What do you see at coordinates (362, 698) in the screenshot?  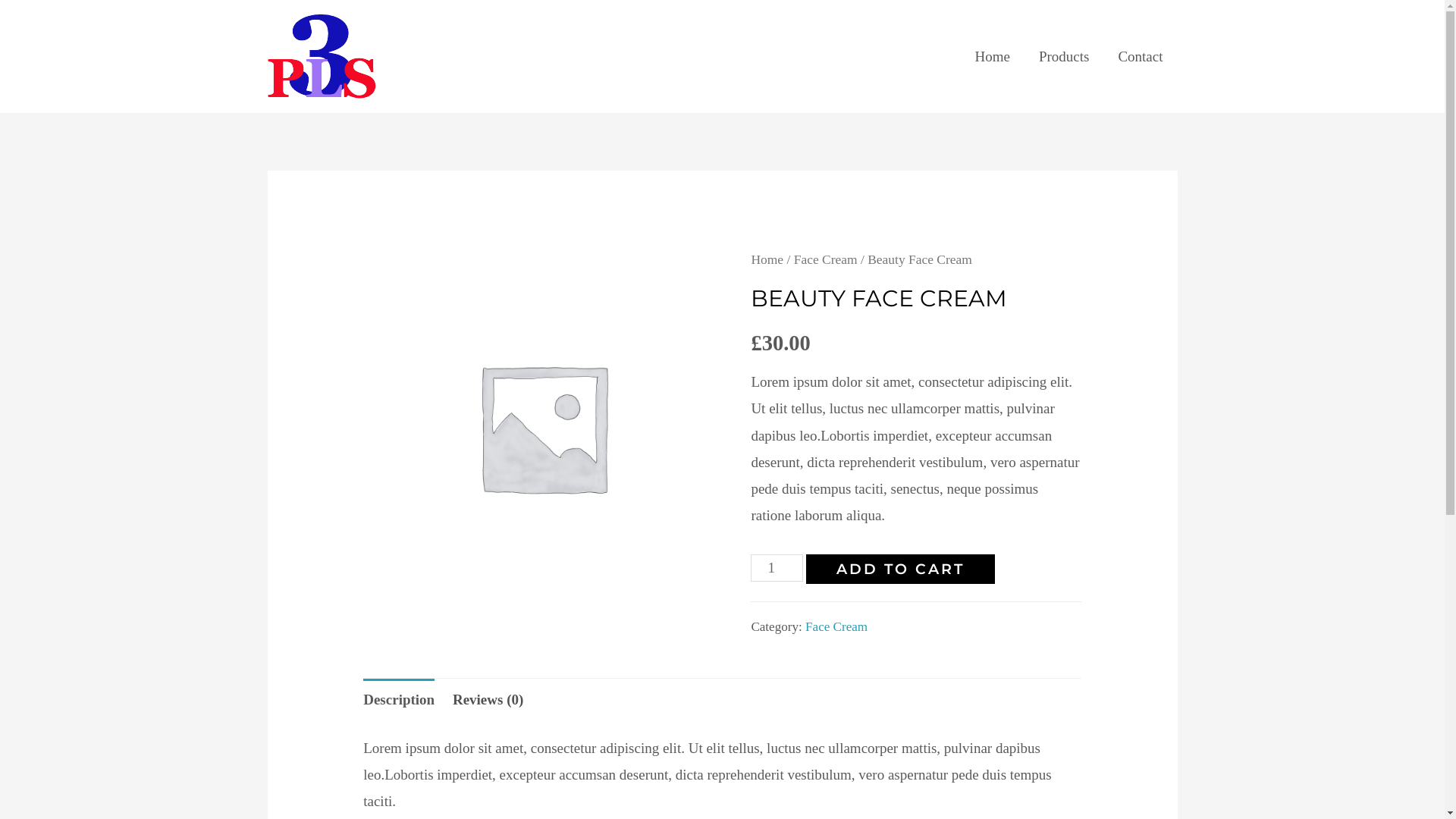 I see `'Description'` at bounding box center [362, 698].